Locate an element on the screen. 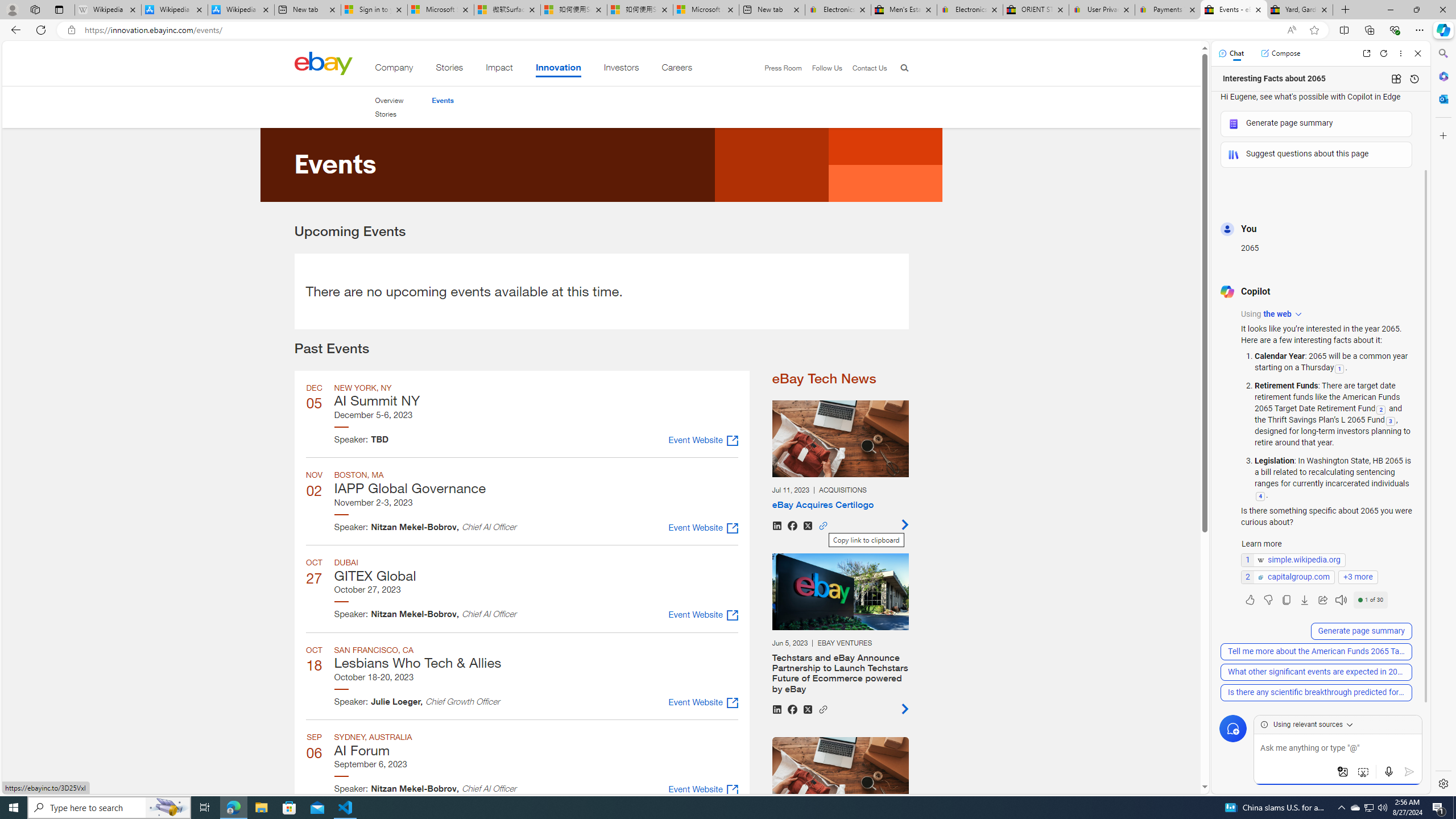  'Payments Terms of Use | eBay.com' is located at coordinates (1168, 9).